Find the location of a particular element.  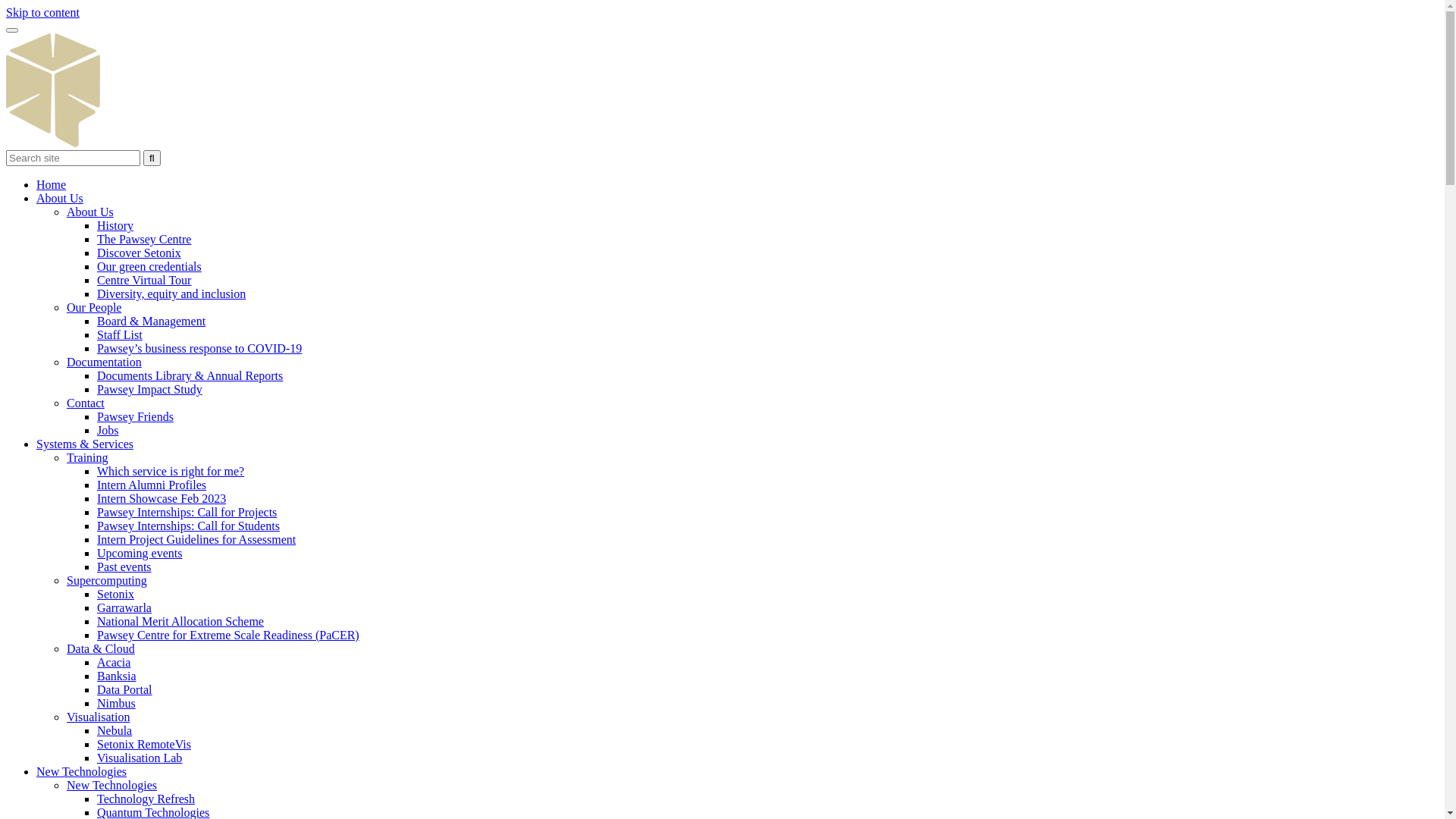

'Which service is right for me?' is located at coordinates (171, 470).